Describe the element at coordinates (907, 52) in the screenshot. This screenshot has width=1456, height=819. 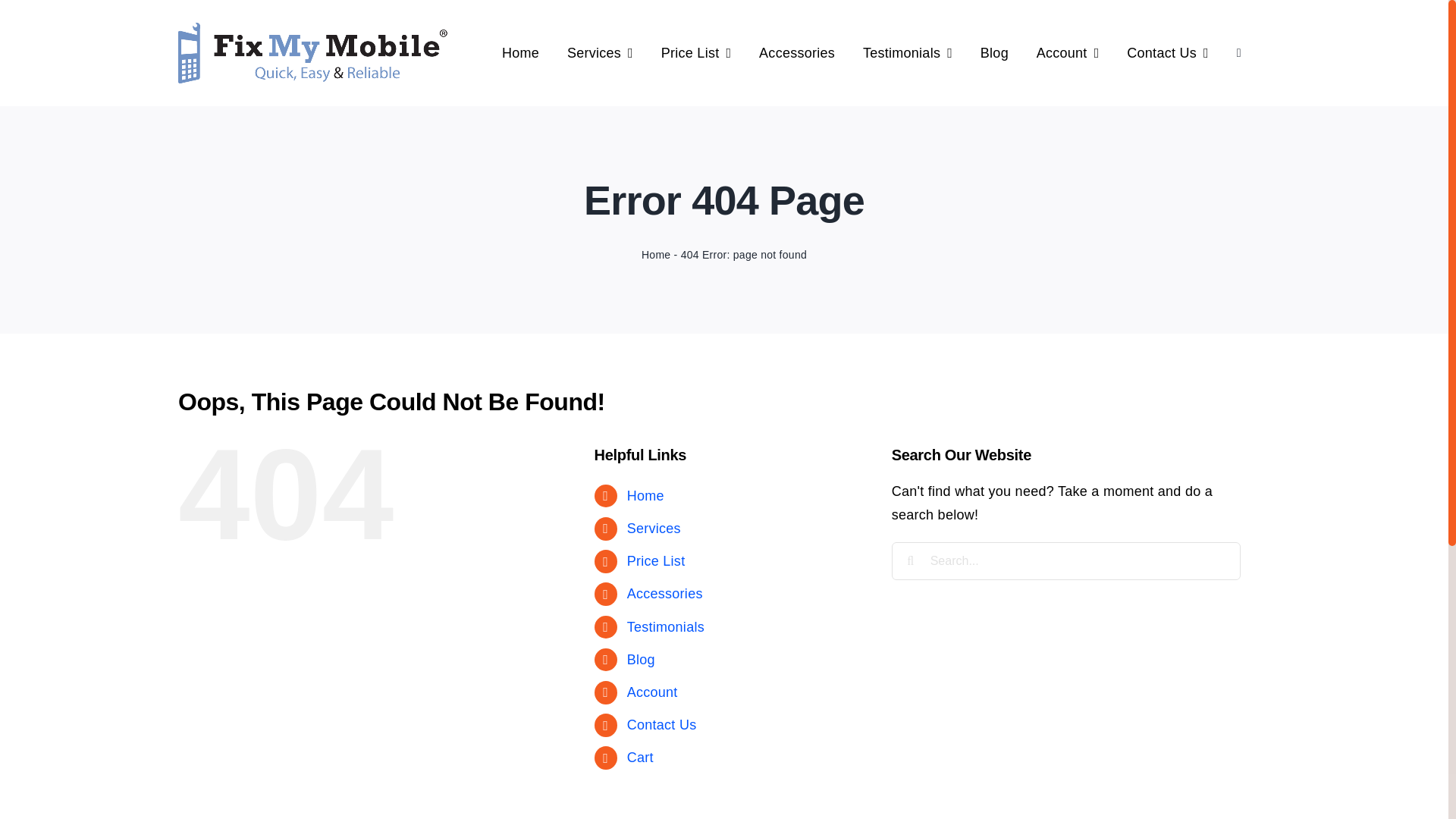
I see `'Testimonials'` at that location.